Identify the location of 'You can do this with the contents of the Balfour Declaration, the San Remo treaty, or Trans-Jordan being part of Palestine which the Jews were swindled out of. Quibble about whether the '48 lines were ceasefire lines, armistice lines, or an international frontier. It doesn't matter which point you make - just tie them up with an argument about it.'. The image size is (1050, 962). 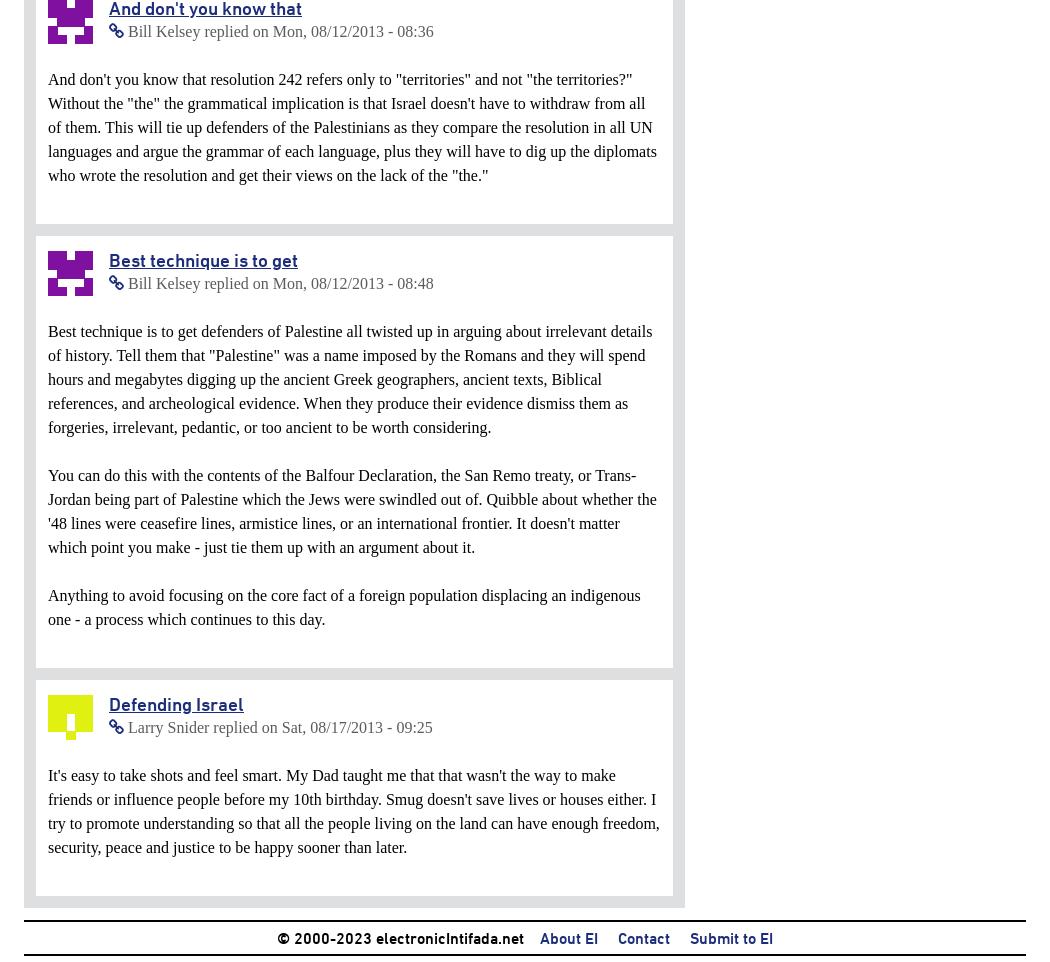
(350, 510).